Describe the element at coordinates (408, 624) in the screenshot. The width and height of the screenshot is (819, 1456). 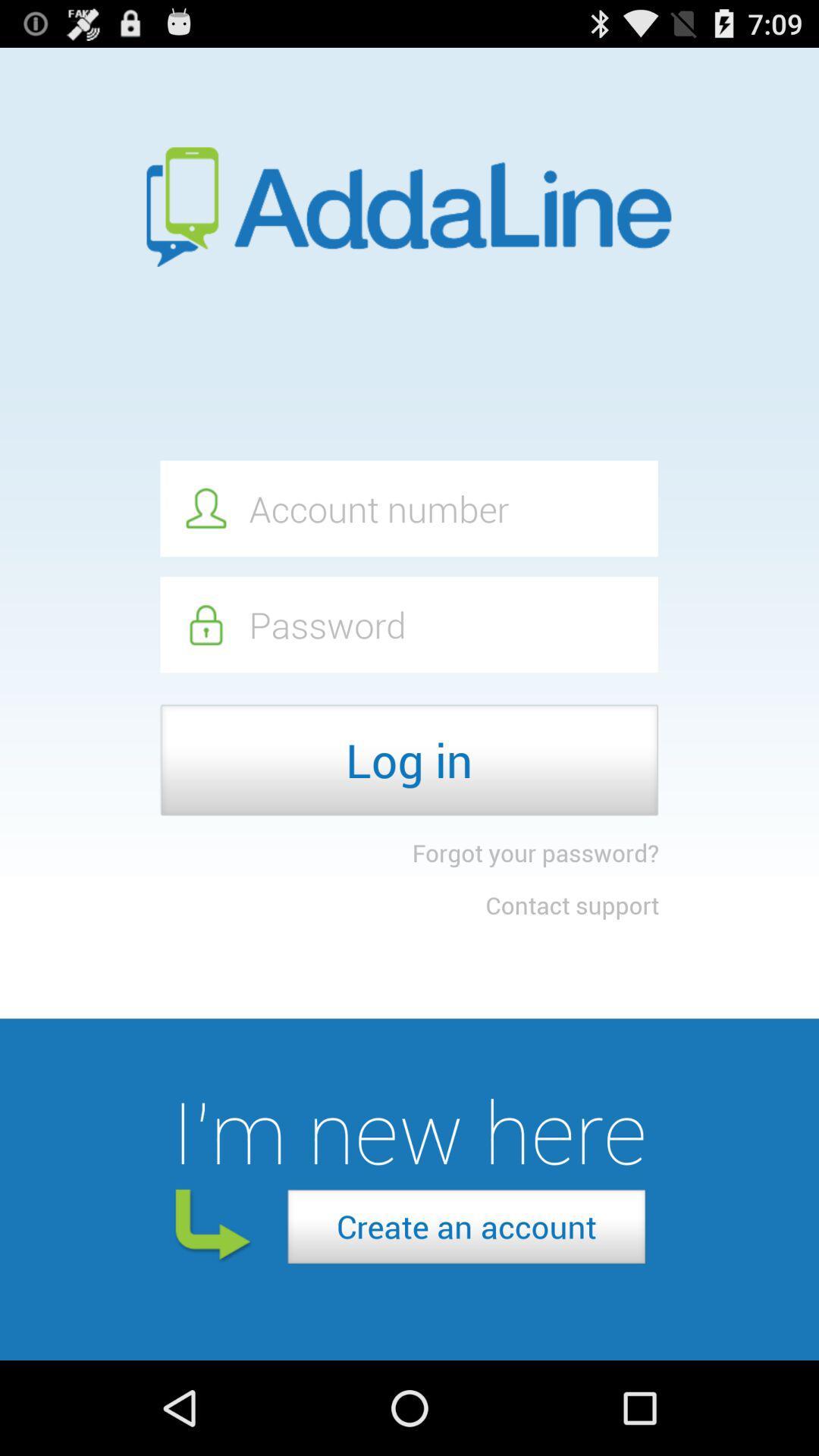
I see `type in password` at that location.